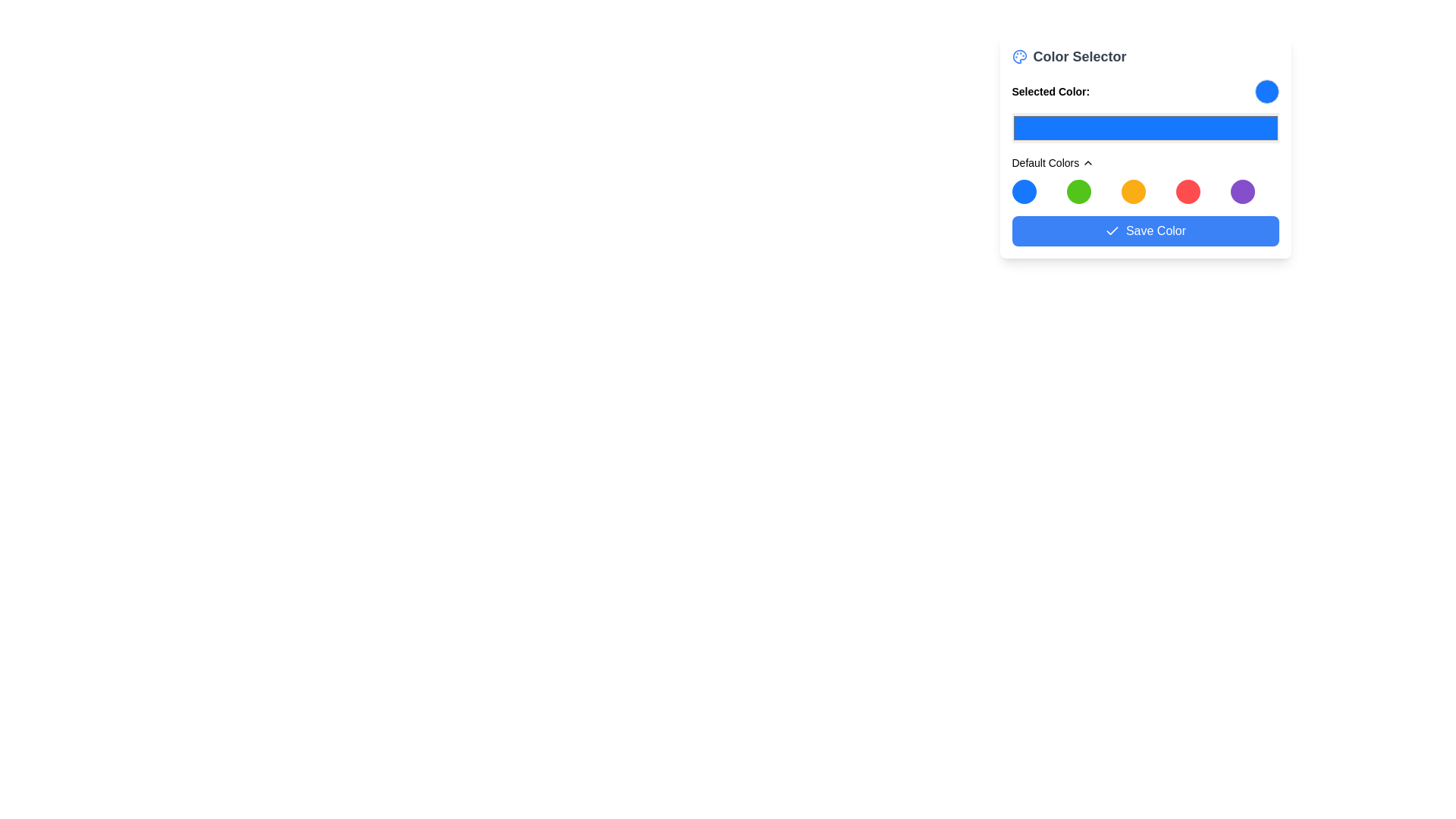 Image resolution: width=1456 pixels, height=819 pixels. Describe the element at coordinates (1112, 231) in the screenshot. I see `the confirmation icon located at the leftmost position of the 'Save Color' button at the bottom of the color selector interface` at that location.